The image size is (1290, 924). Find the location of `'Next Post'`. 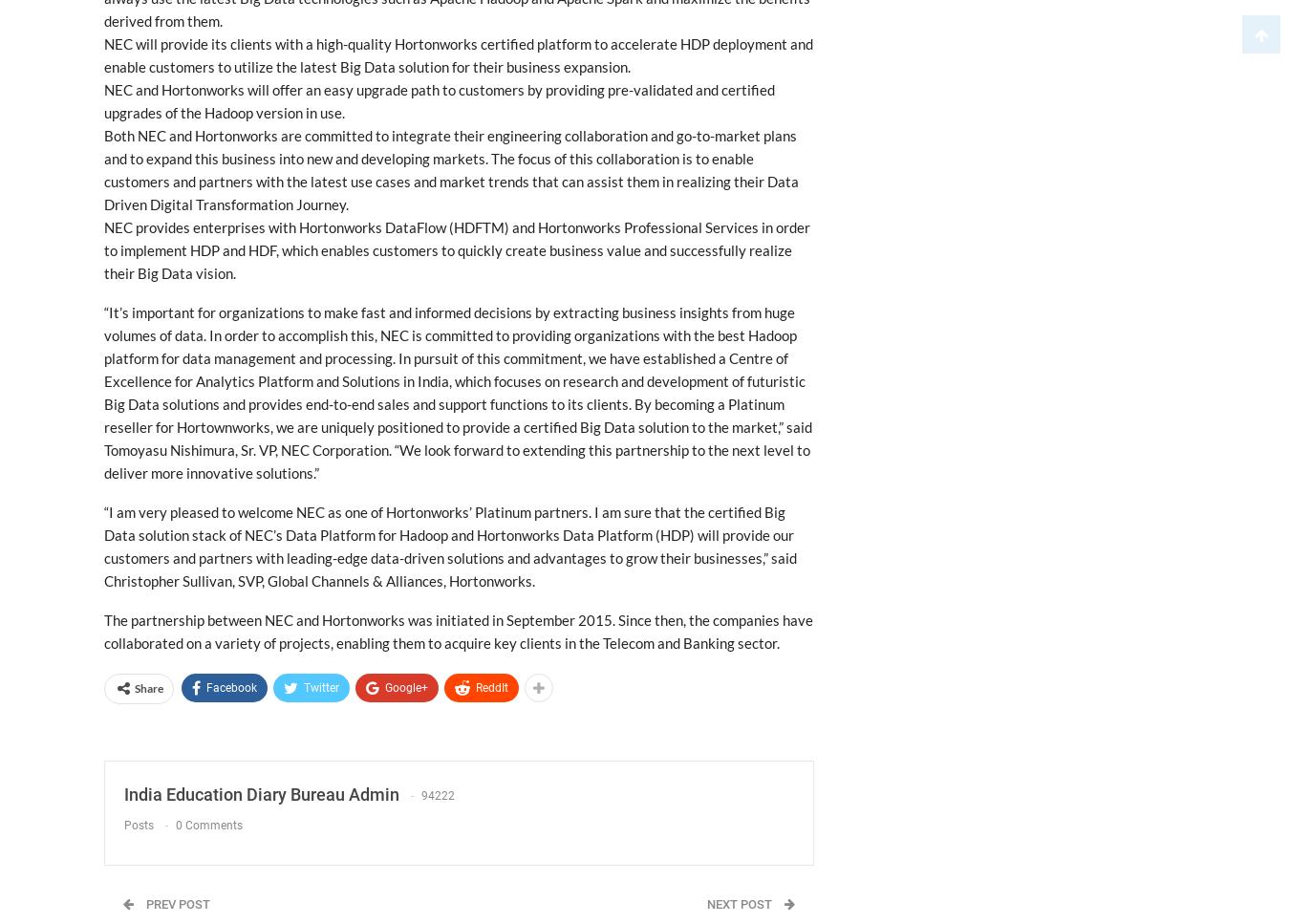

'Next Post' is located at coordinates (739, 903).